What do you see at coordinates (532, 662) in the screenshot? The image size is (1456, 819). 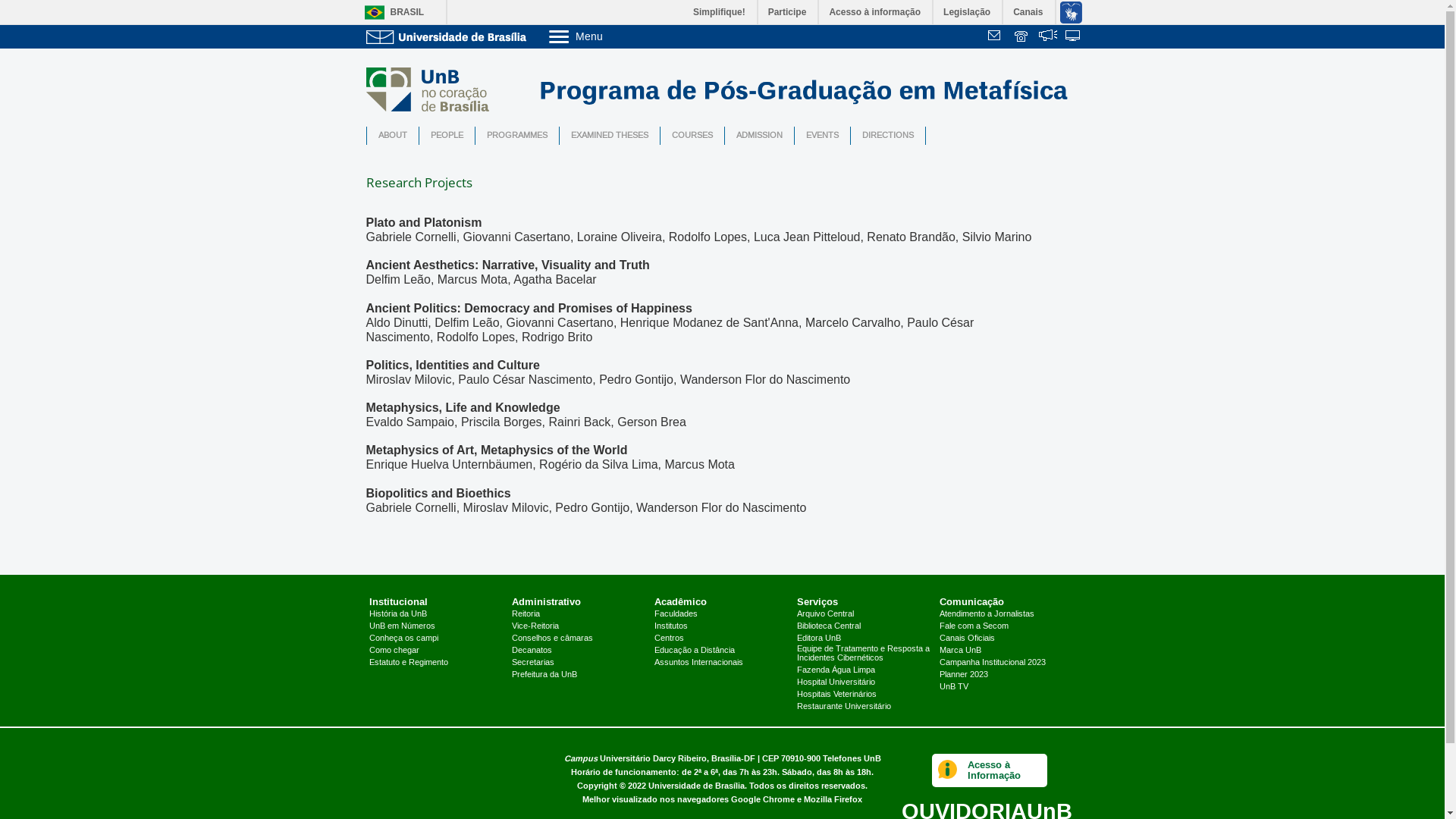 I see `'Secretarias'` at bounding box center [532, 662].